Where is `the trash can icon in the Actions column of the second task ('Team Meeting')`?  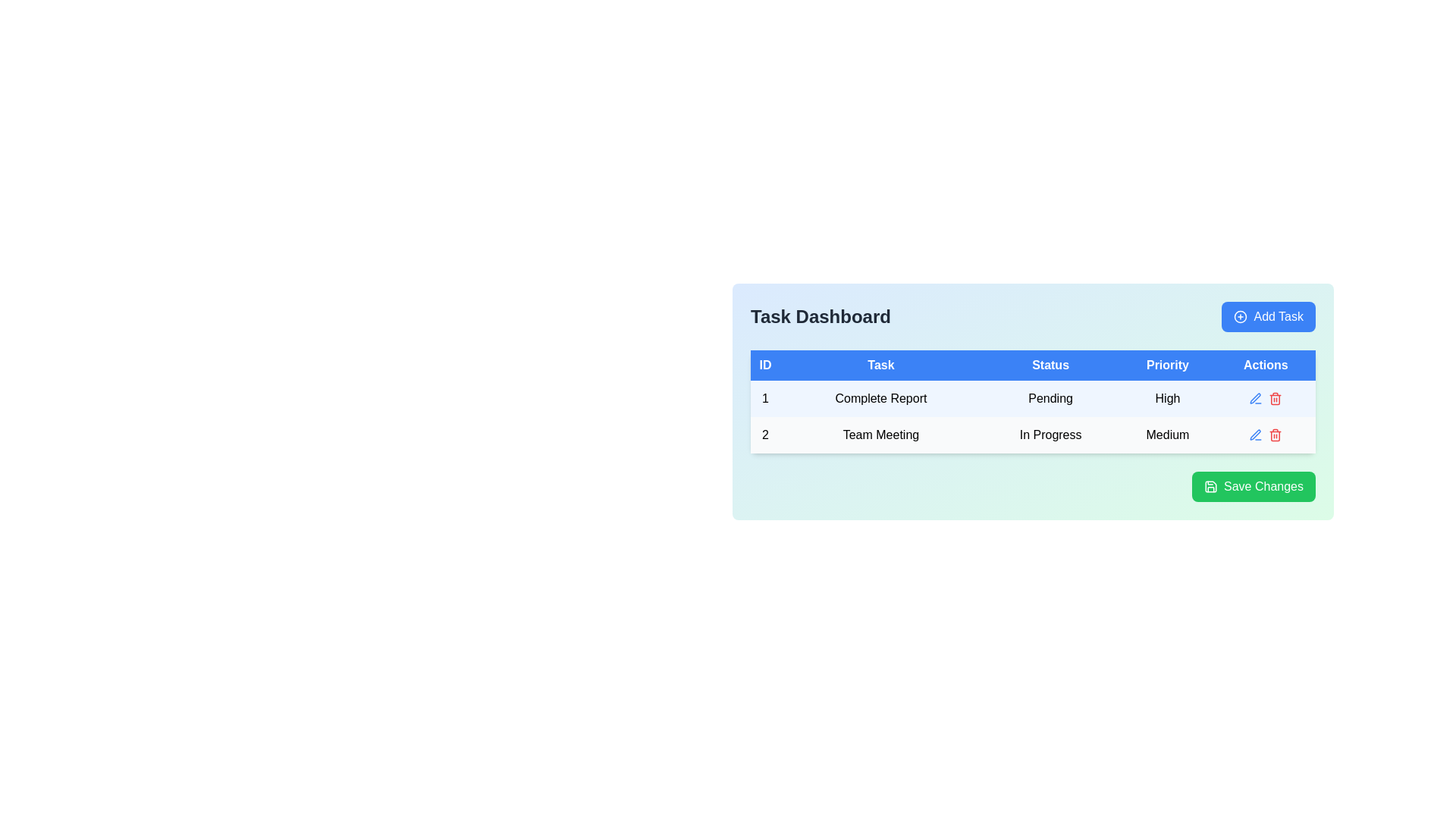 the trash can icon in the Actions column of the second task ('Team Meeting') is located at coordinates (1275, 436).